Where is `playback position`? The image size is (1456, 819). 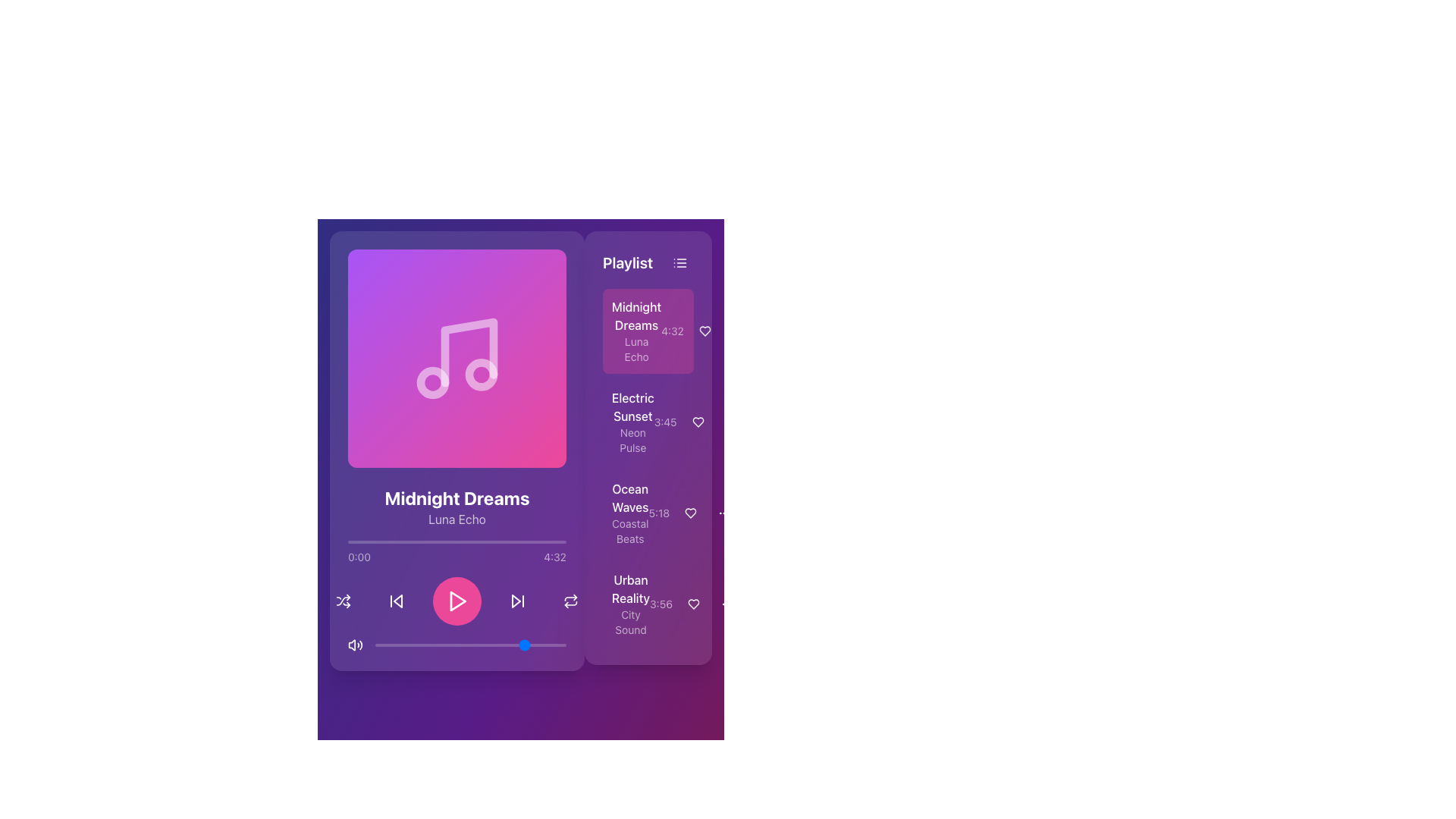 playback position is located at coordinates (458, 541).